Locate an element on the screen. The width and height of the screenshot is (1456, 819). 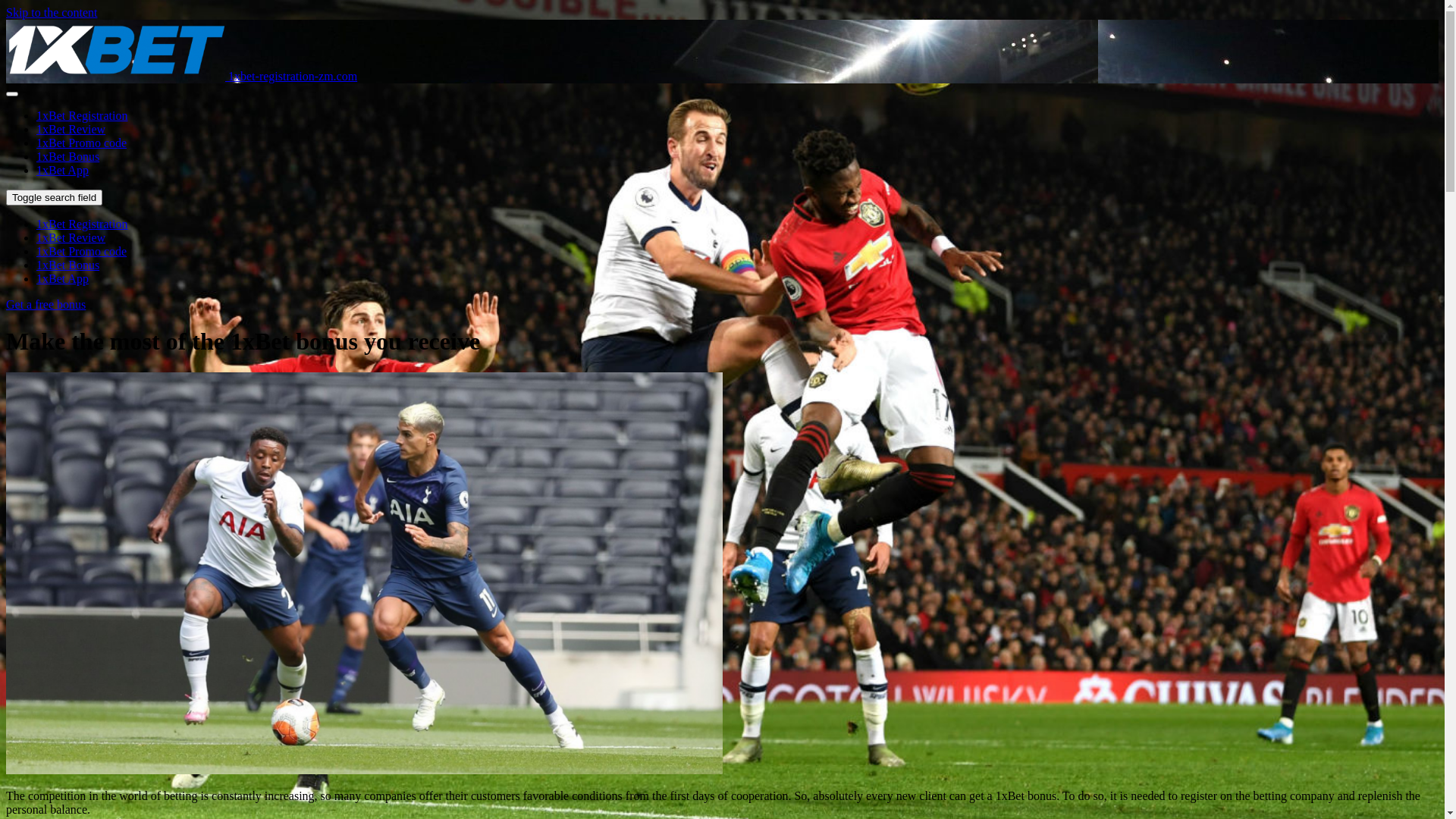
'1xBet Review' is located at coordinates (70, 237).